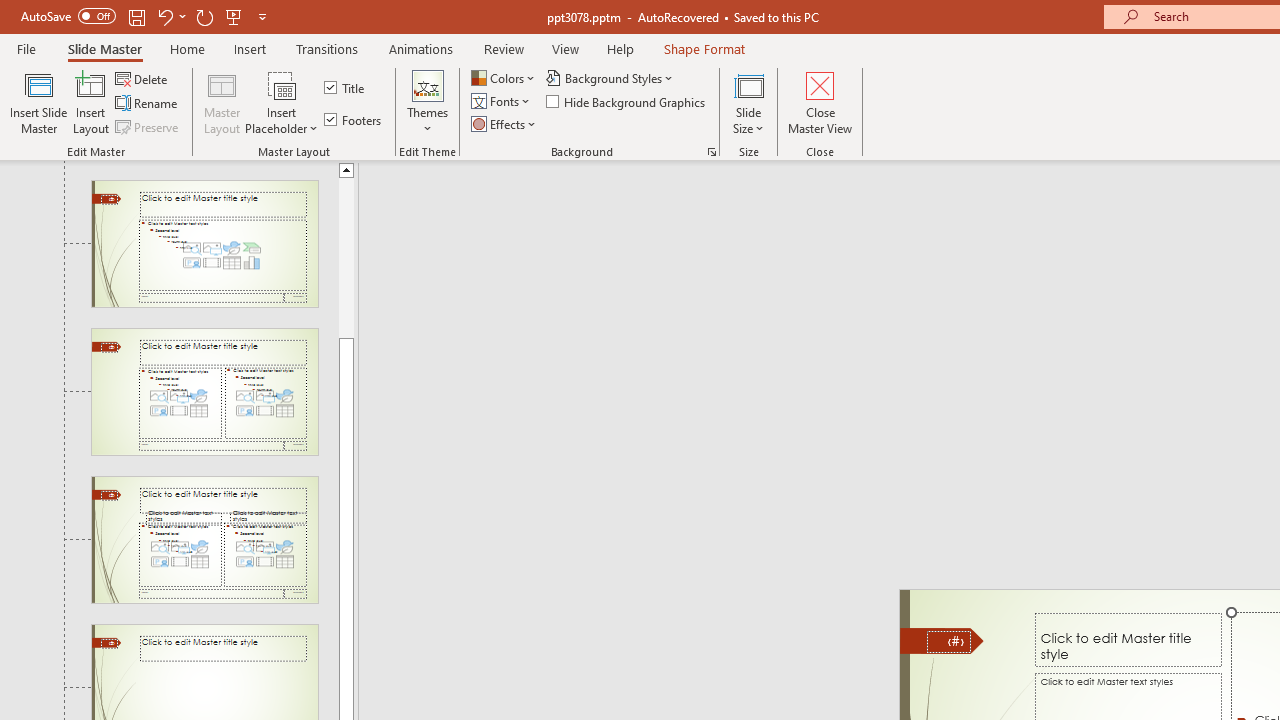 This screenshot has height=720, width=1280. What do you see at coordinates (10, 11) in the screenshot?
I see `'System'` at bounding box center [10, 11].